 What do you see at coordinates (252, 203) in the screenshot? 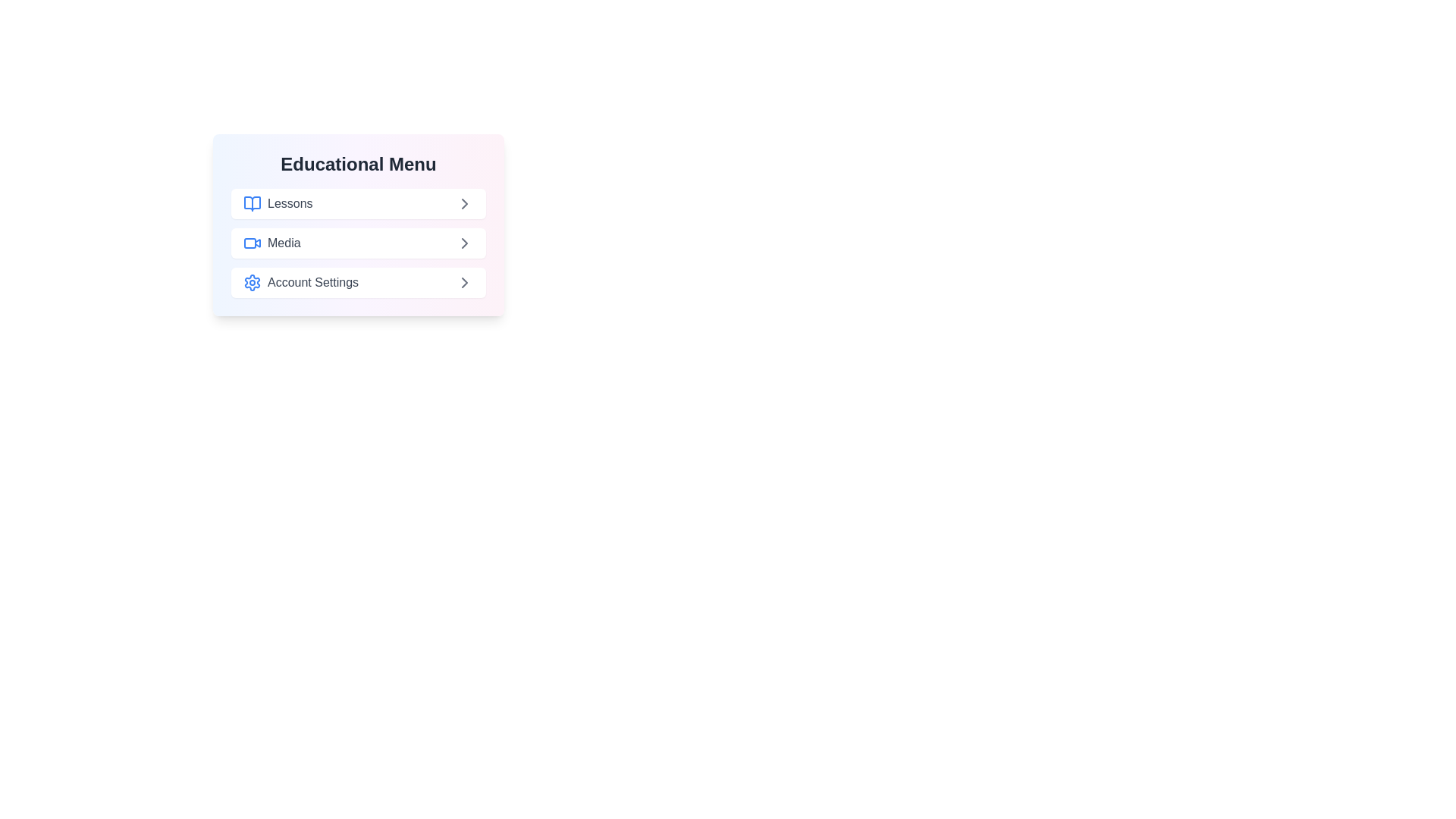
I see `the 'Lessons' icon in the 'Educational Menu', which is the first icon on the left of the 'Lessons' label` at bounding box center [252, 203].